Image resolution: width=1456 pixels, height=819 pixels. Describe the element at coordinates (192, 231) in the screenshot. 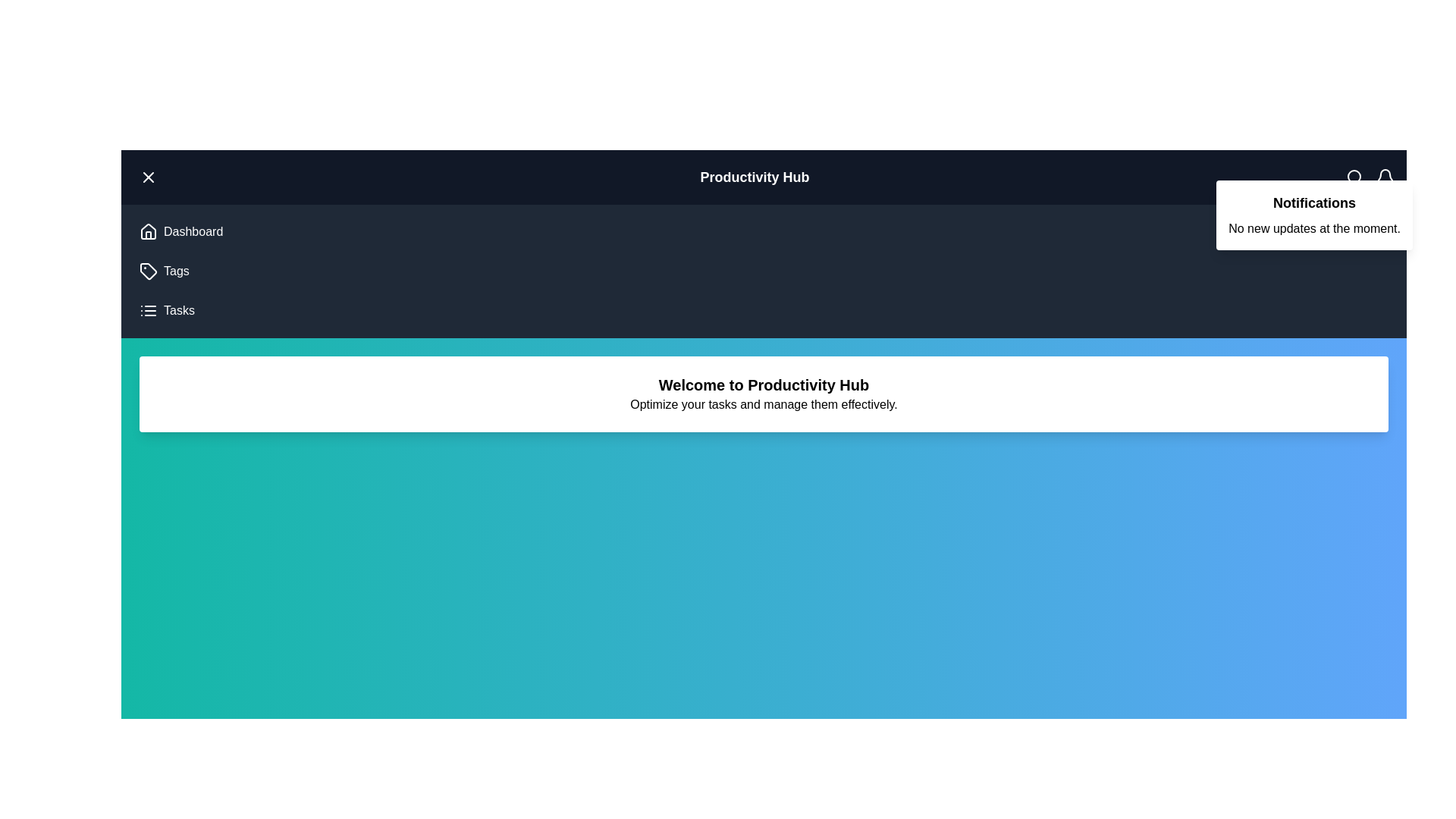

I see `the 'Dashboard' menu item to navigate to the Dashboard section` at that location.